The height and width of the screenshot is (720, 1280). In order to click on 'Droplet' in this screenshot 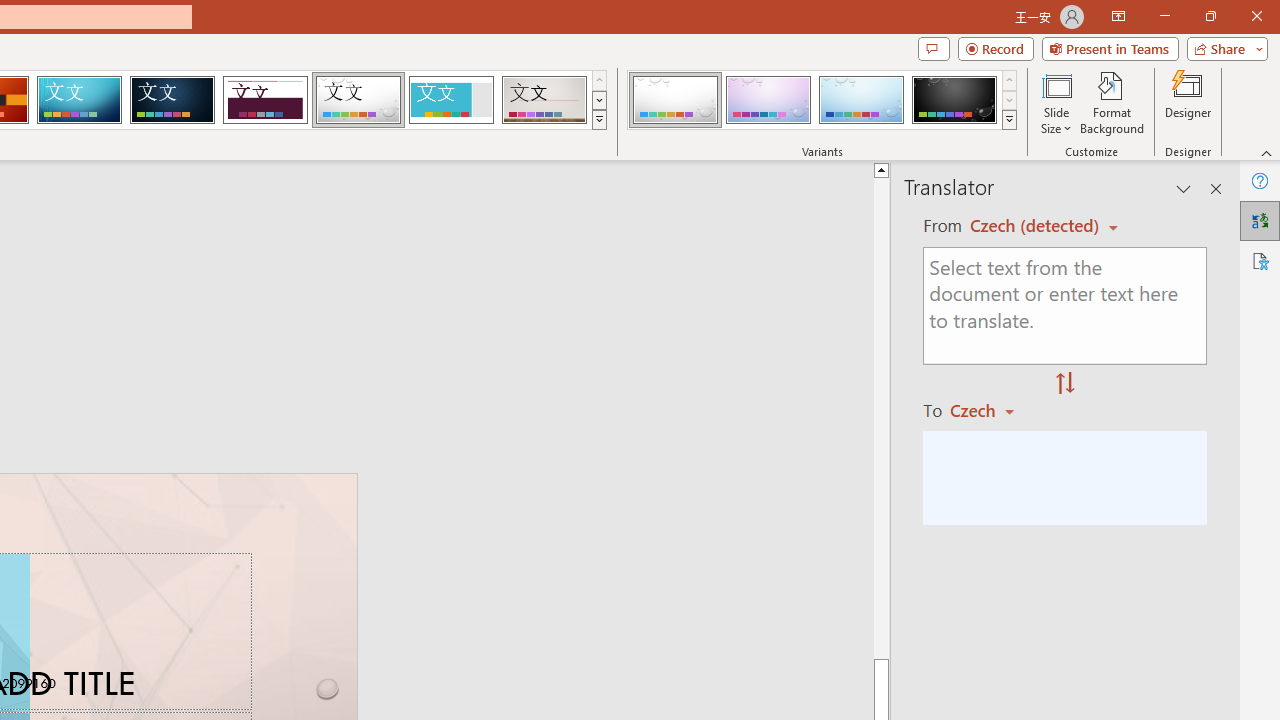, I will do `click(358, 100)`.